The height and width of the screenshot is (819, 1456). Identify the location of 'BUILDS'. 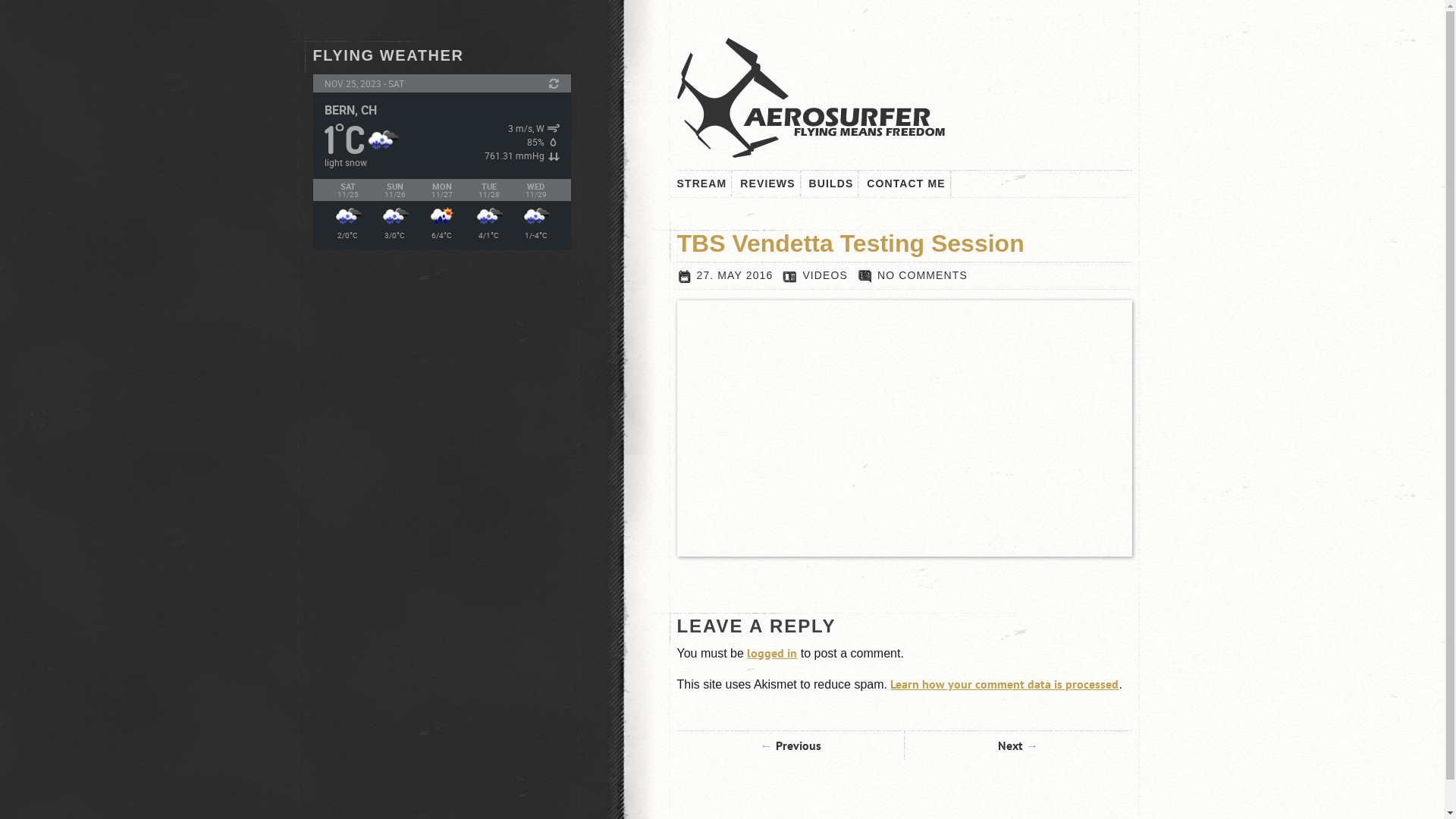
(808, 183).